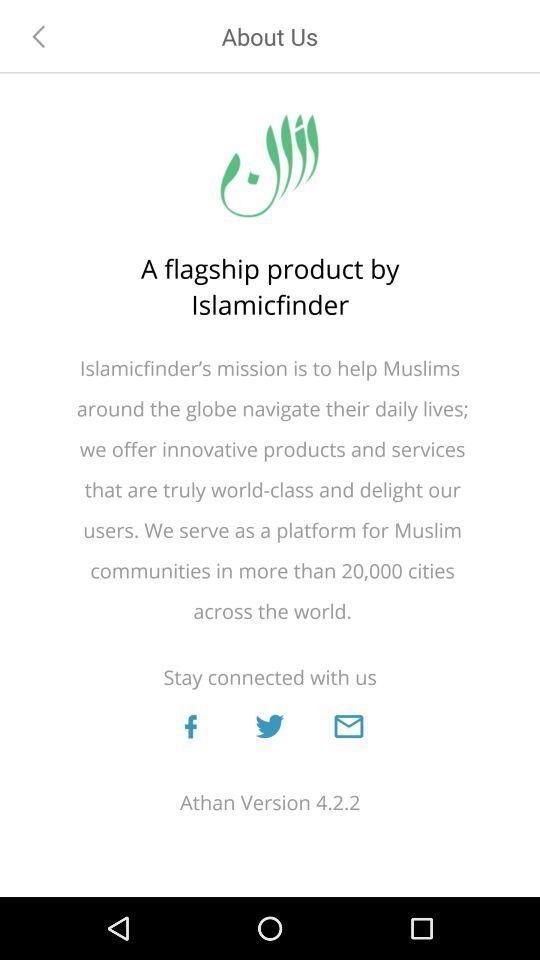 Image resolution: width=540 pixels, height=960 pixels. Describe the element at coordinates (347, 725) in the screenshot. I see `send email` at that location.